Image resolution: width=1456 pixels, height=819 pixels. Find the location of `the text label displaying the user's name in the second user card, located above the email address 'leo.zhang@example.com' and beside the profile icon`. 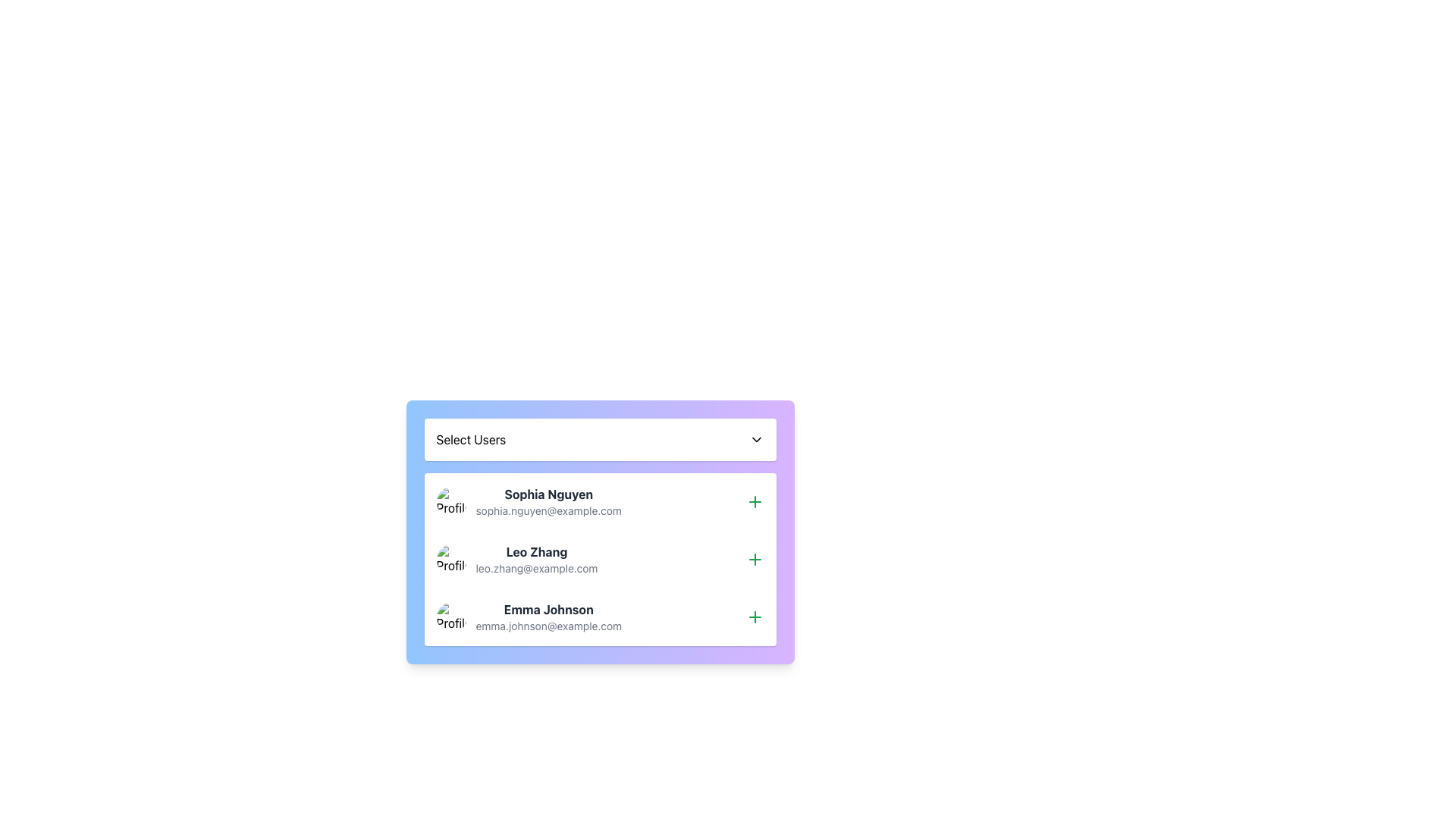

the text label displaying the user's name in the second user card, located above the email address 'leo.zhang@example.com' and beside the profile icon is located at coordinates (536, 552).